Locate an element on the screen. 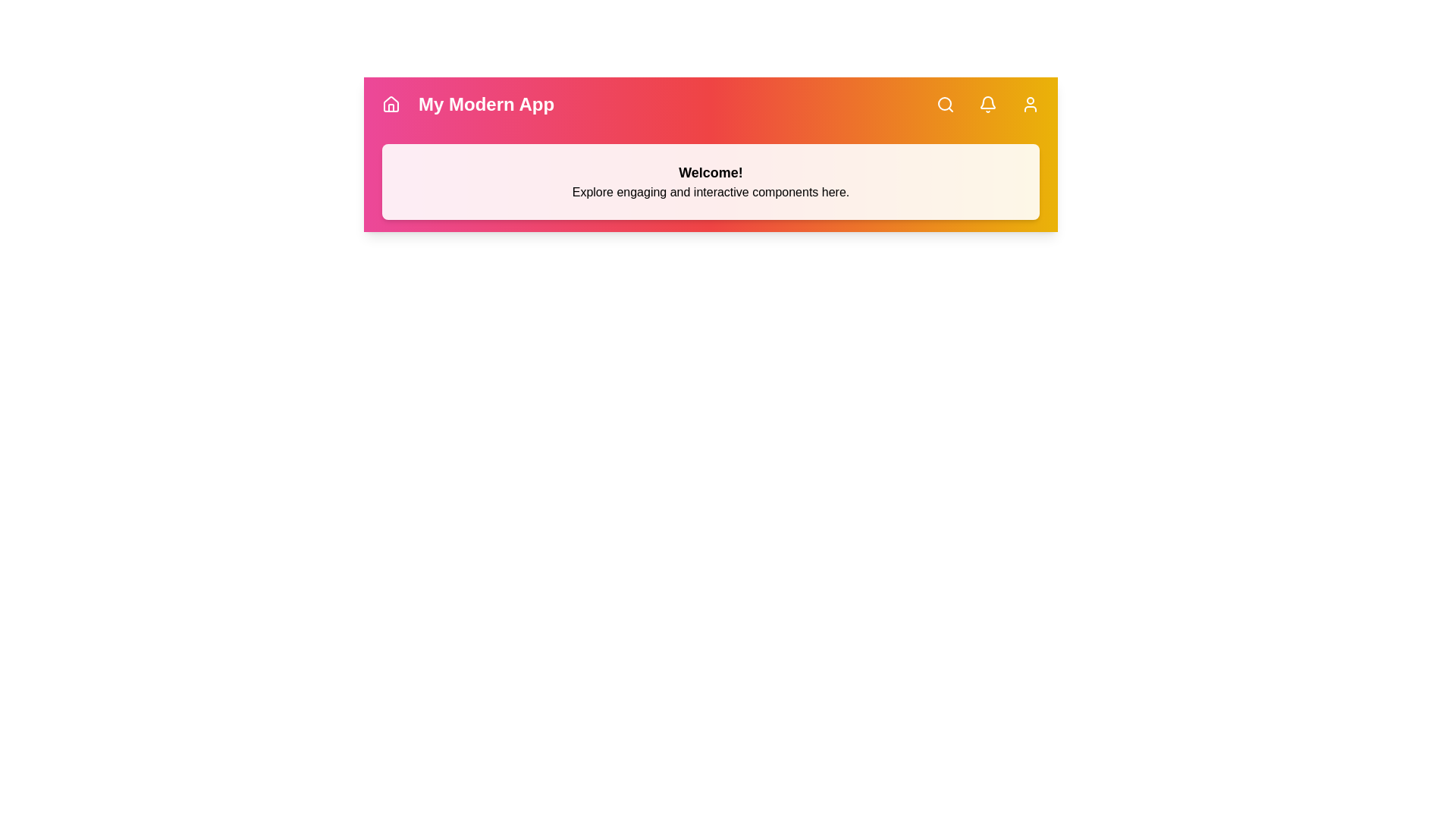  'User Profile' button located in the navigation bar is located at coordinates (1030, 104).